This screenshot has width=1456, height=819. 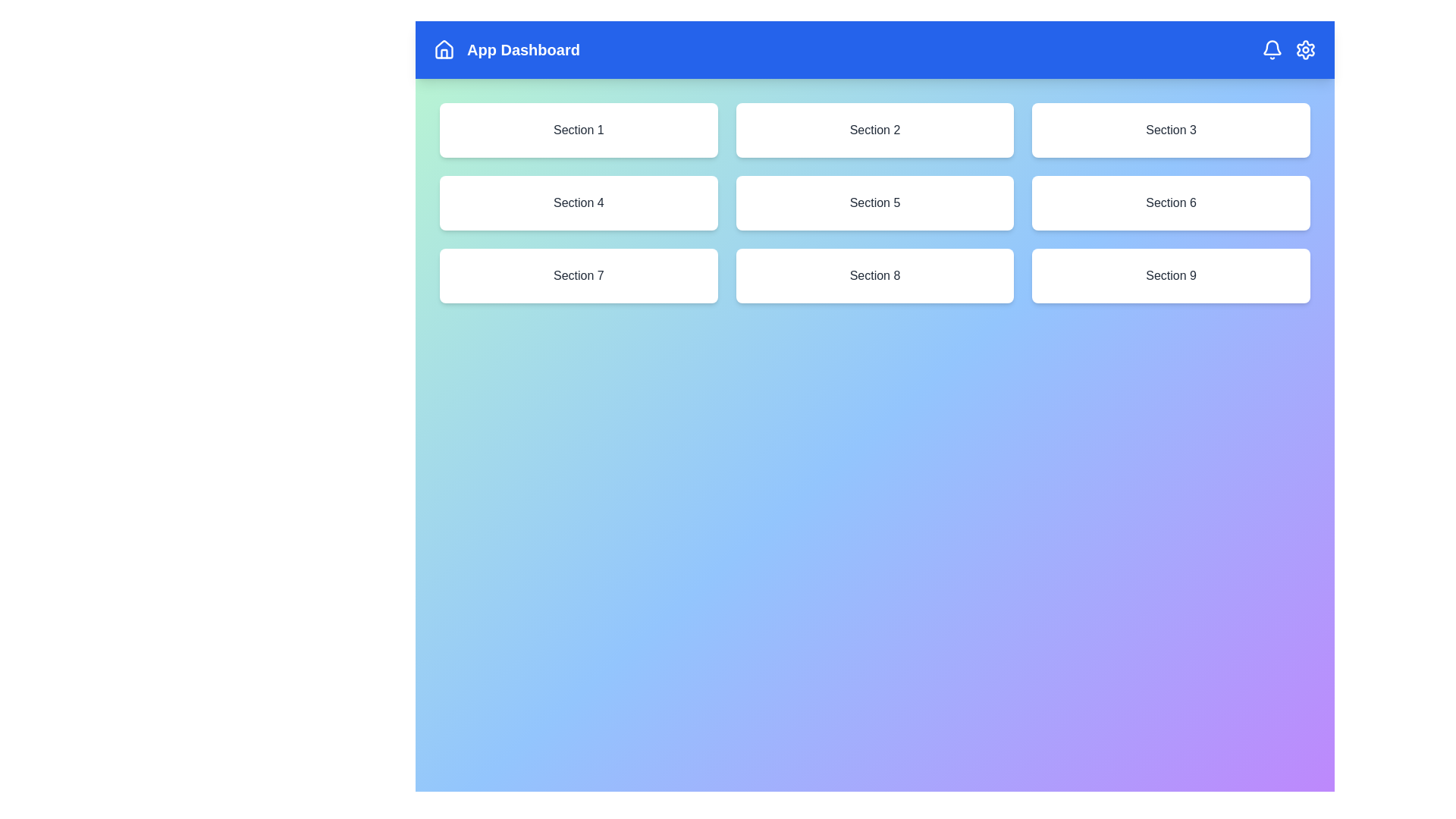 I want to click on the title text 'App Dashboard' in the top bar of the UI, so click(x=523, y=49).